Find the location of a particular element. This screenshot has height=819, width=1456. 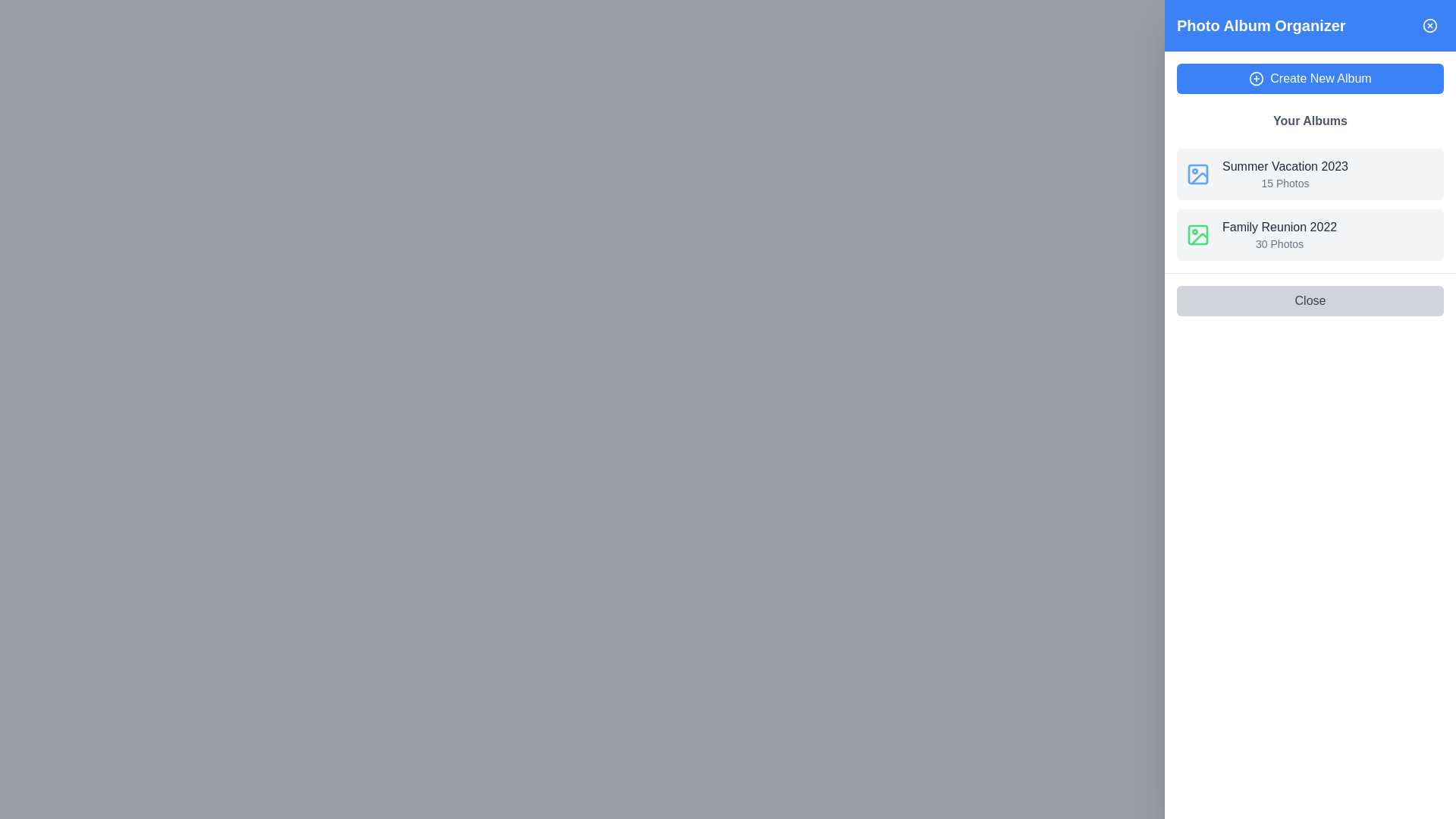

the 'Your Albums' text label, which is styled with a bold font and gray color, located below the 'Create New Album' button and above the album list section is located at coordinates (1310, 120).